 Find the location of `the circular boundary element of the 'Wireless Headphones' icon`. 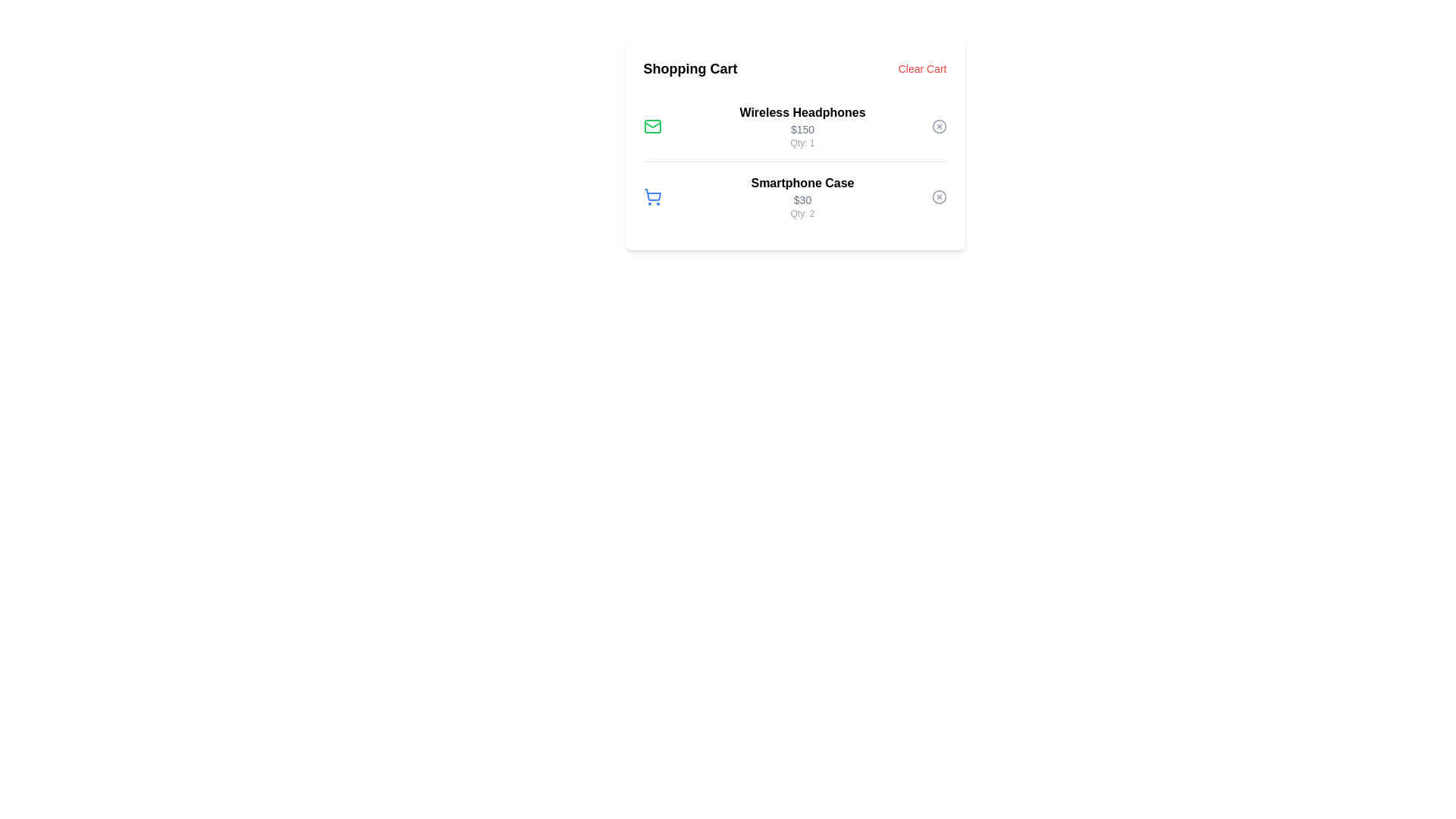

the circular boundary element of the 'Wireless Headphones' icon is located at coordinates (938, 125).